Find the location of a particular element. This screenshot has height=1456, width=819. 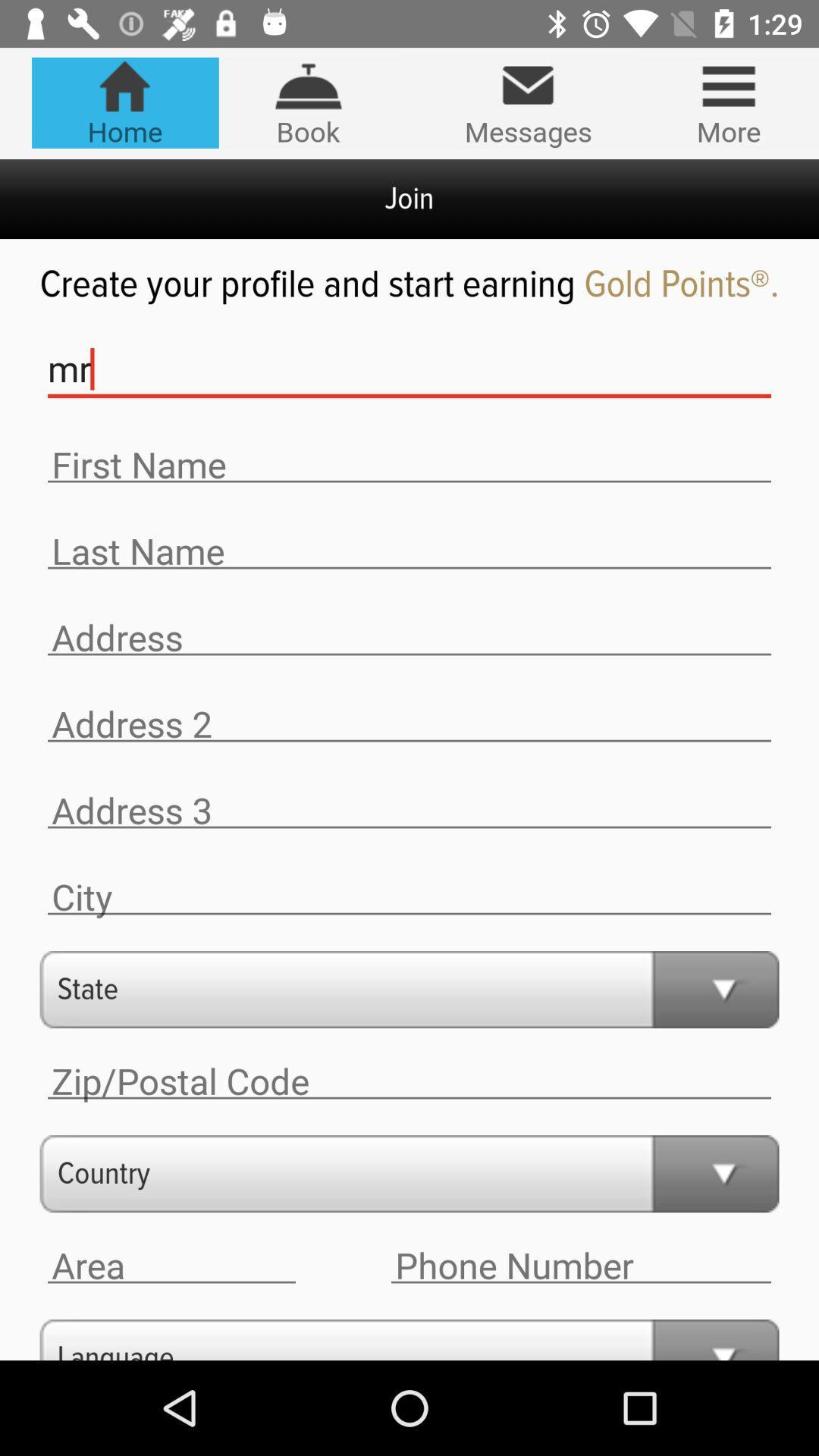

zip/postal code is located at coordinates (409, 1081).